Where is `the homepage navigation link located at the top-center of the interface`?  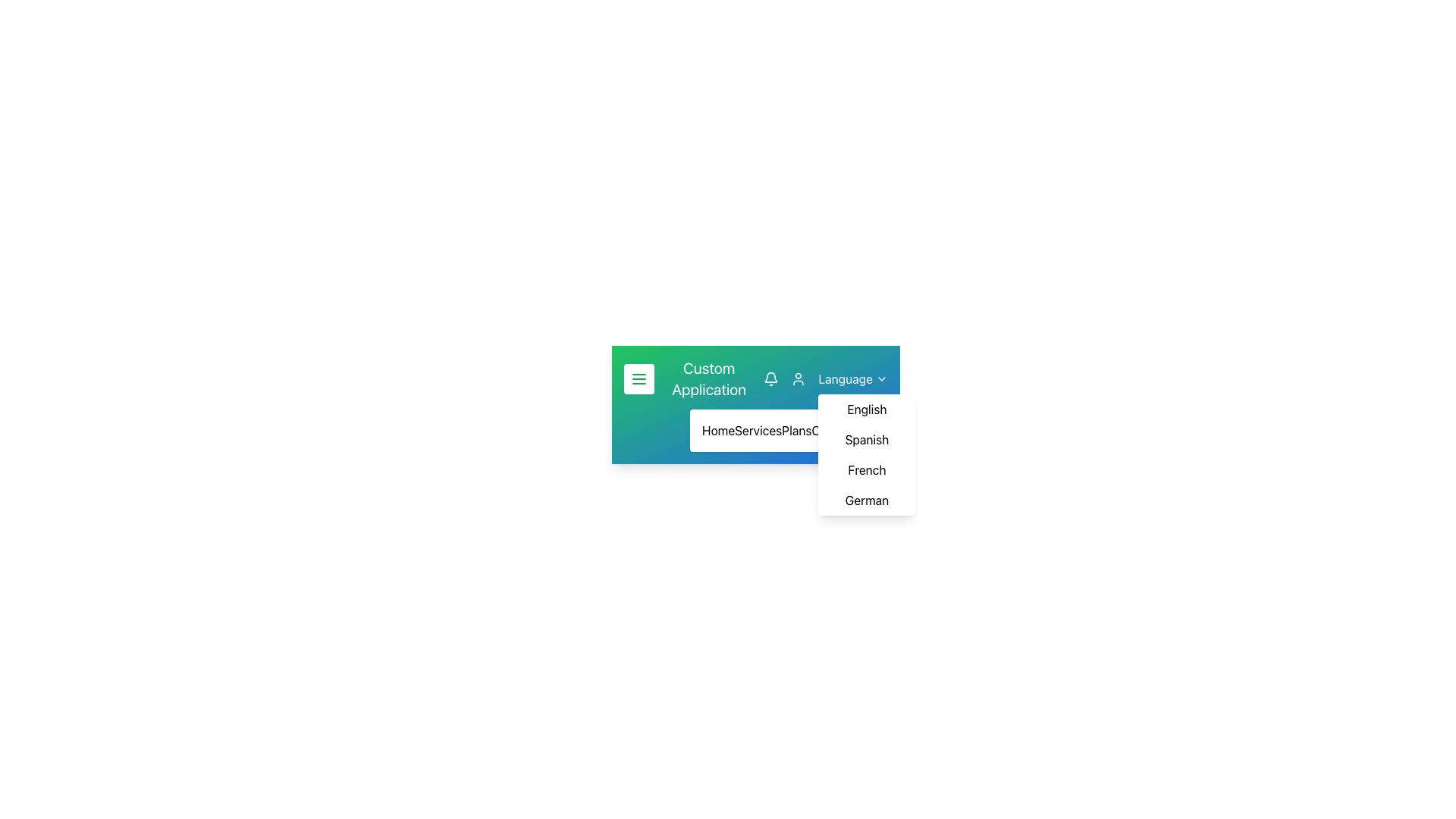
the homepage navigation link located at the top-center of the interface is located at coordinates (717, 430).